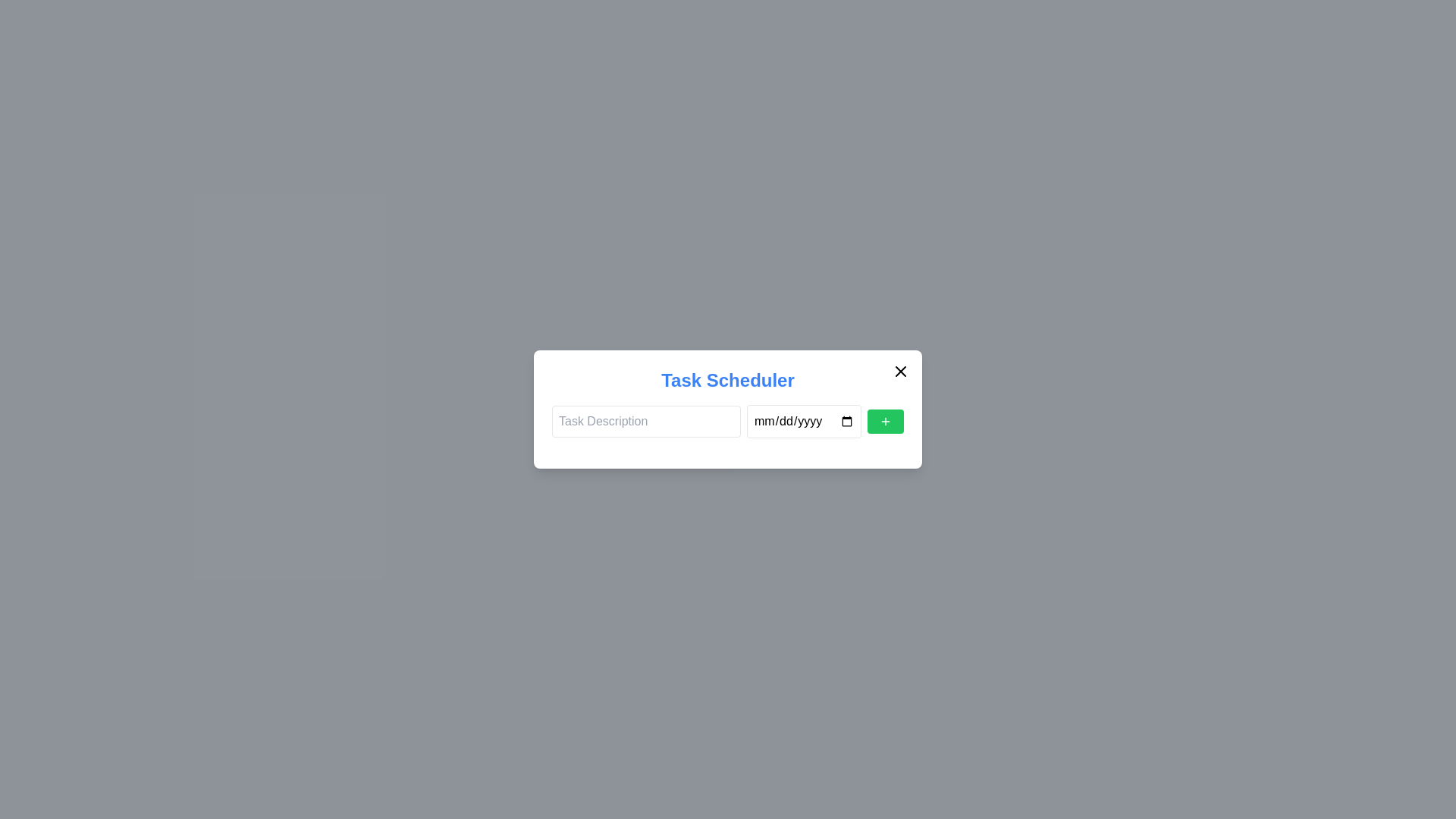 This screenshot has height=819, width=1456. What do you see at coordinates (885, 421) in the screenshot?
I see `the green circular Icon button with a white plus symbol located in the bottom right corner of the 'Task Scheduler' modal` at bounding box center [885, 421].